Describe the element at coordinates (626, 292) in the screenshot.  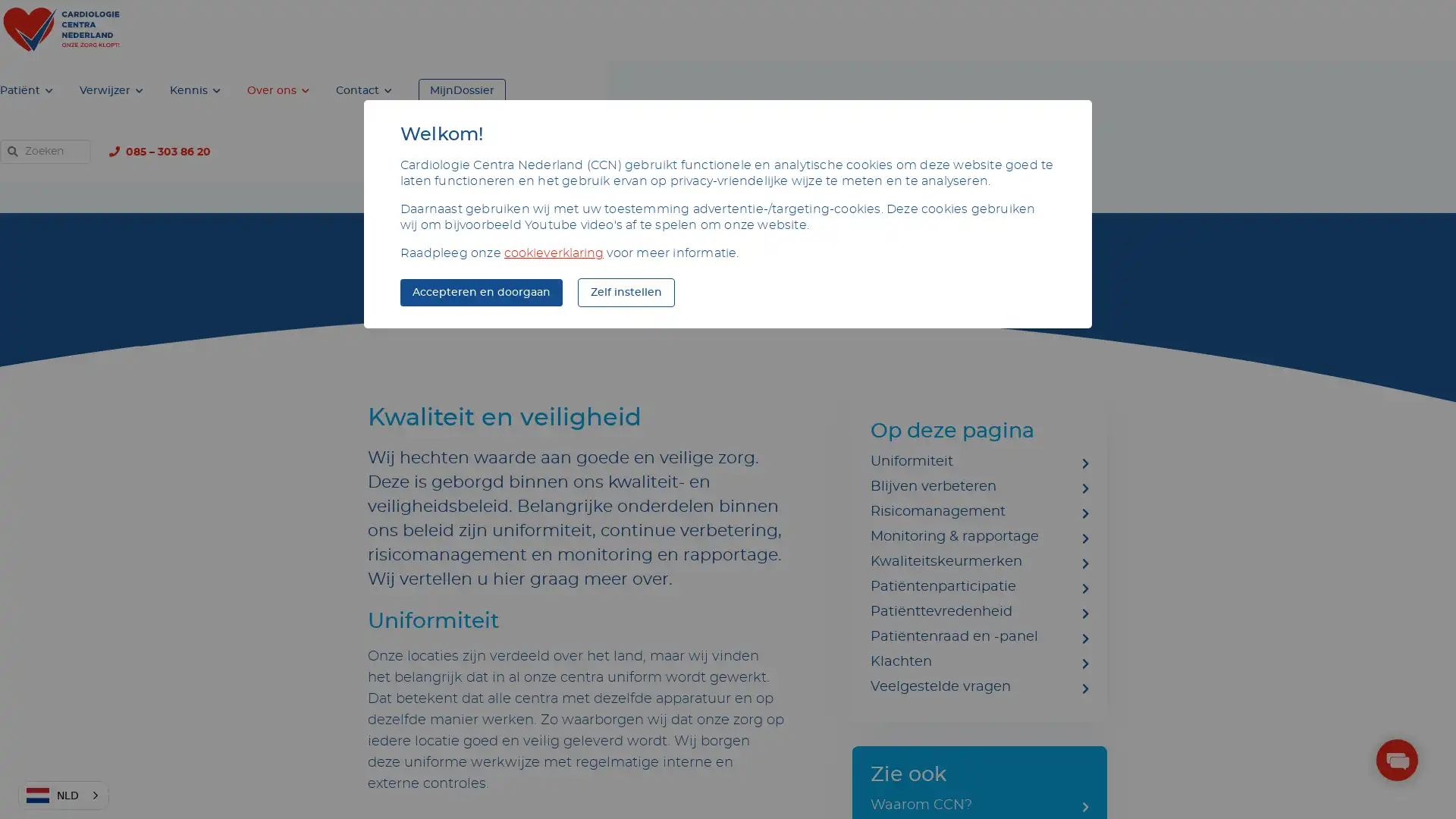
I see `Zelf instellen` at that location.